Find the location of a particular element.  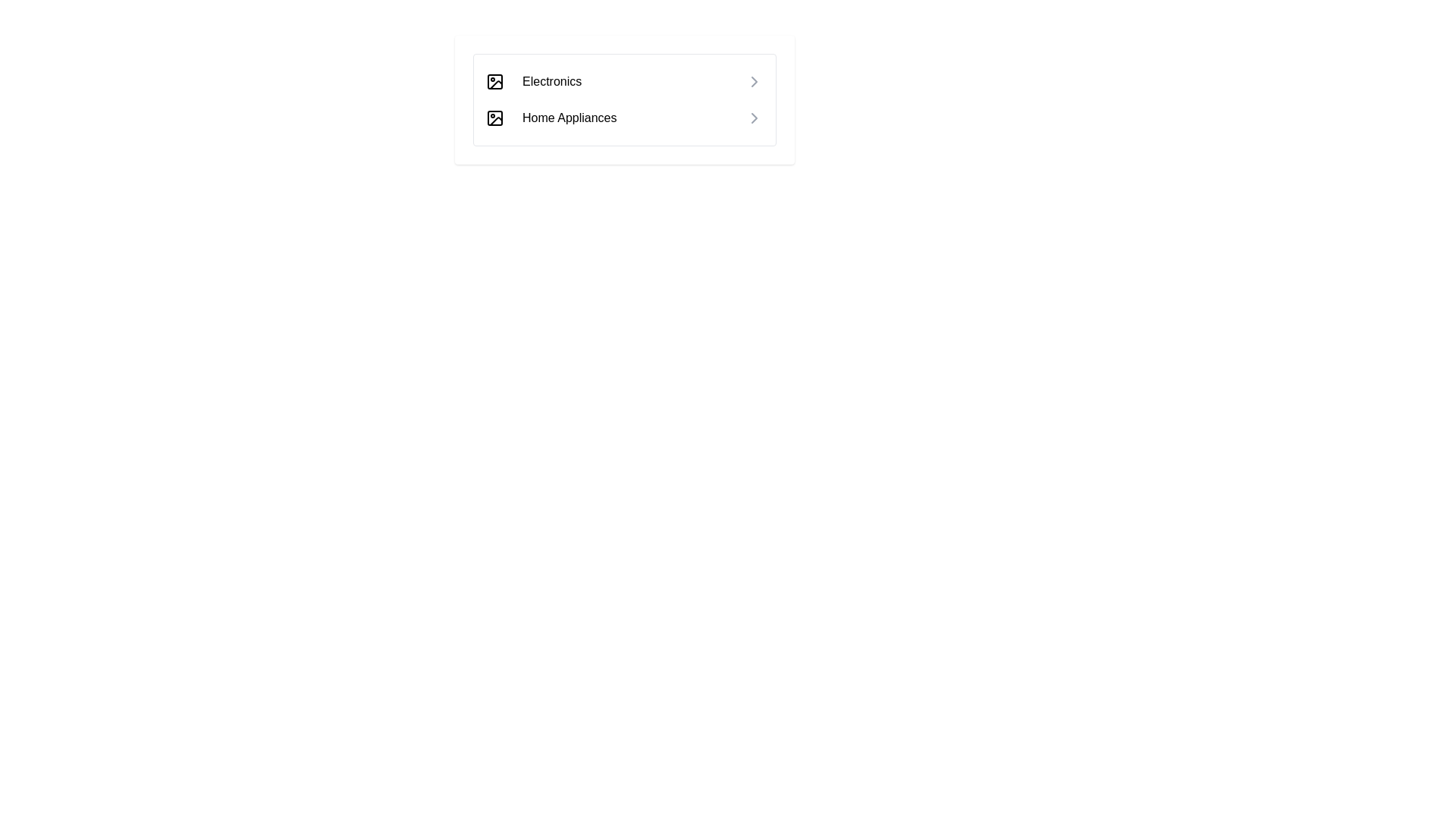

the icon representing an image-like symbol, which is outlined with rounded corners and contains a small circle and a diagonal line, located to the left of the 'Home Appliances' text in the second row of the menu list is located at coordinates (494, 117).